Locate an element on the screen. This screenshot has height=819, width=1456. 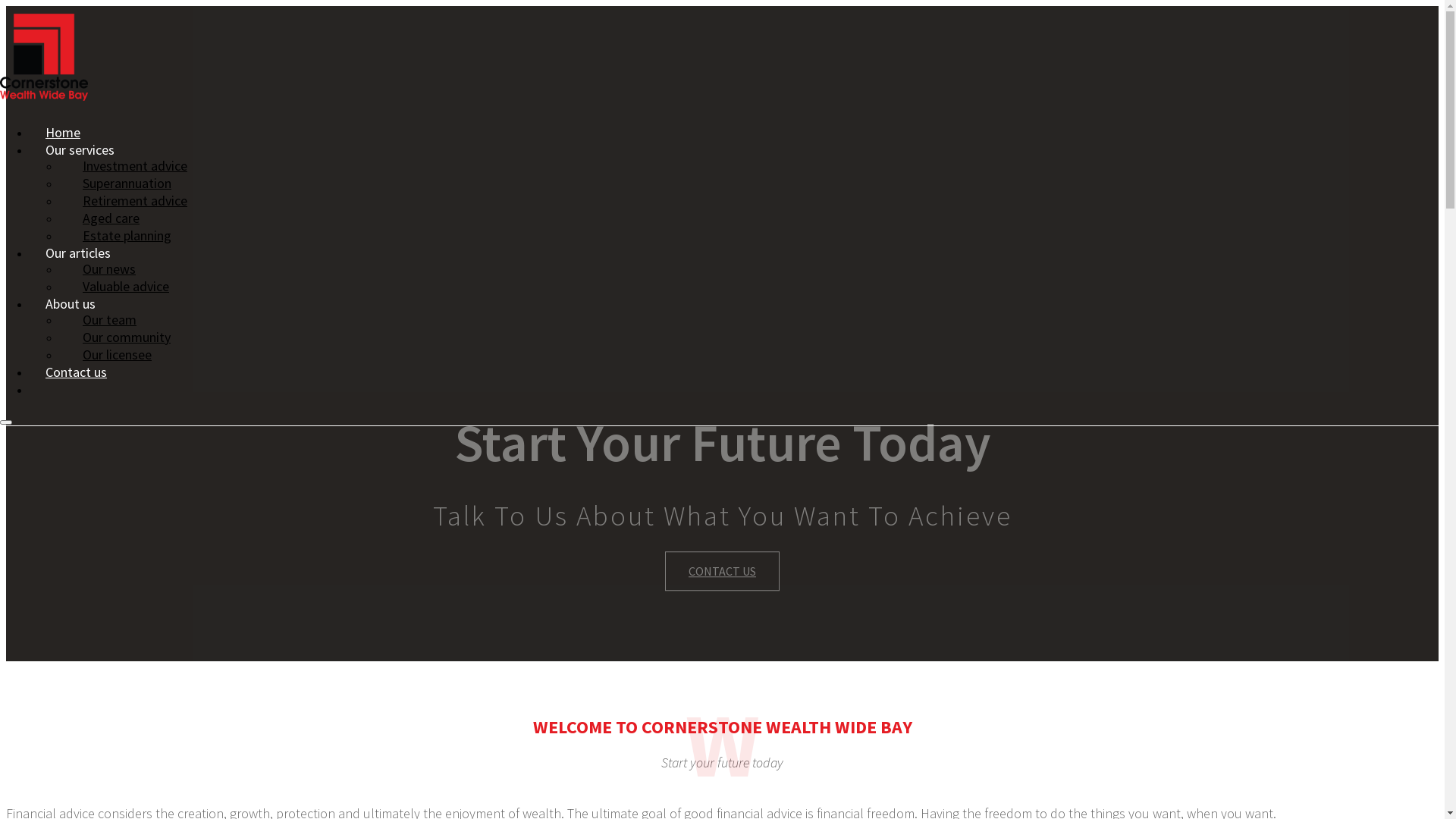
'Our news' is located at coordinates (108, 268).